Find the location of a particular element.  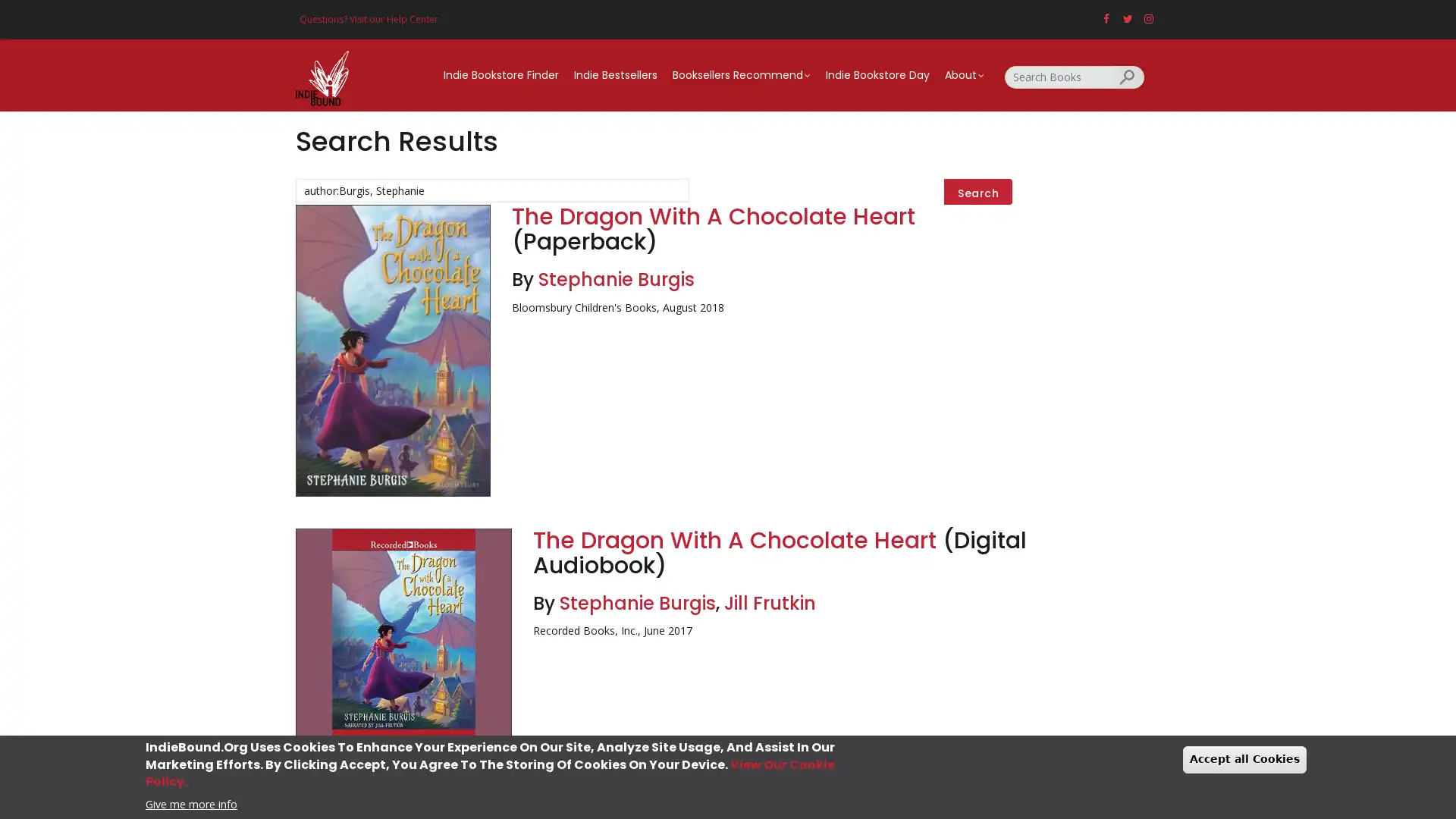

Give me more info is located at coordinates (190, 802).